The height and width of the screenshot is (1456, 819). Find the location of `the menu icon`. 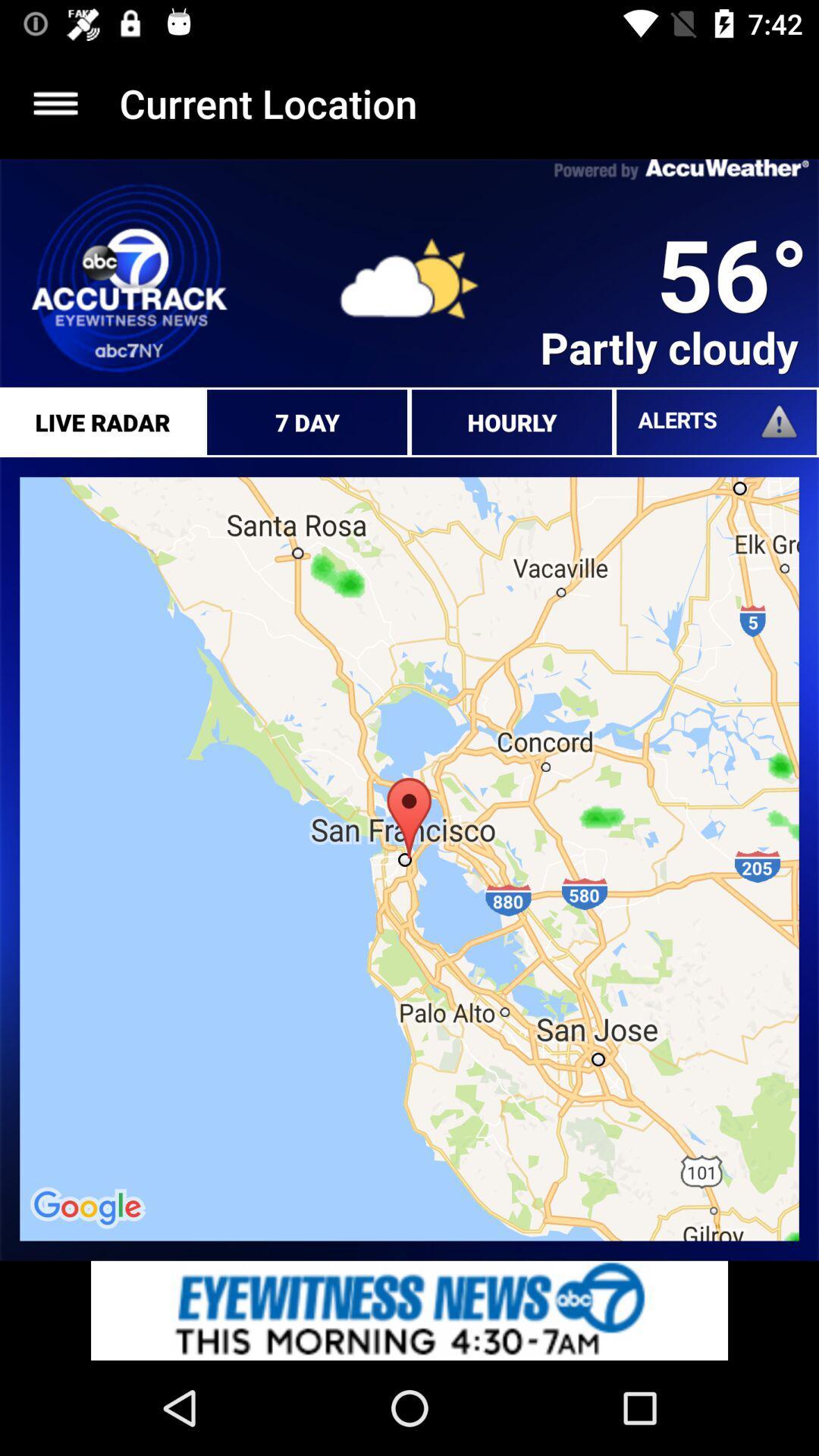

the menu icon is located at coordinates (55, 102).